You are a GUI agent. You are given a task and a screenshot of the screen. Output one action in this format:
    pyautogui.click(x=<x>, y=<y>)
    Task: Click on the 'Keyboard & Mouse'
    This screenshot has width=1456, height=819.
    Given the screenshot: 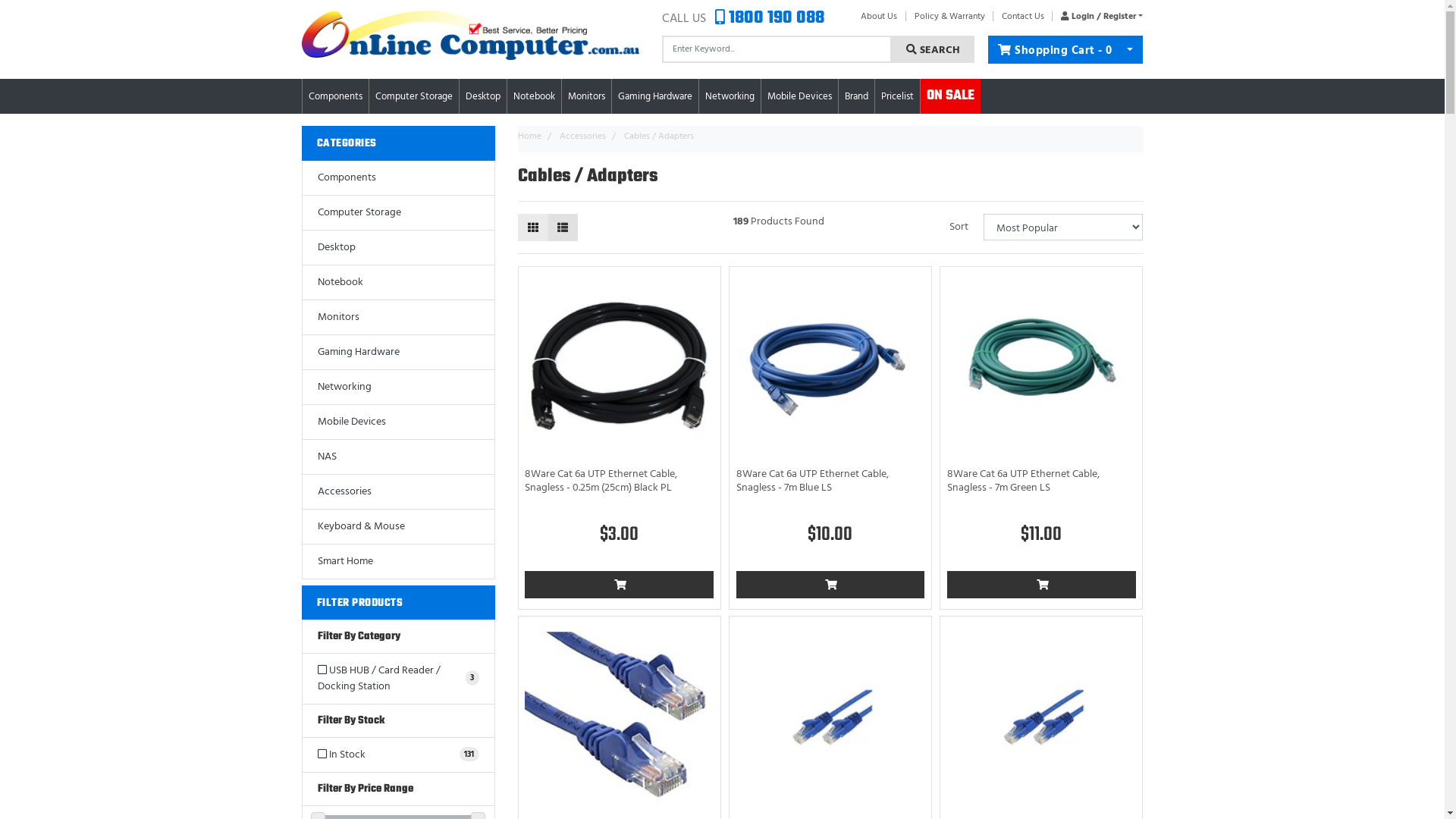 What is the action you would take?
    pyautogui.click(x=397, y=526)
    